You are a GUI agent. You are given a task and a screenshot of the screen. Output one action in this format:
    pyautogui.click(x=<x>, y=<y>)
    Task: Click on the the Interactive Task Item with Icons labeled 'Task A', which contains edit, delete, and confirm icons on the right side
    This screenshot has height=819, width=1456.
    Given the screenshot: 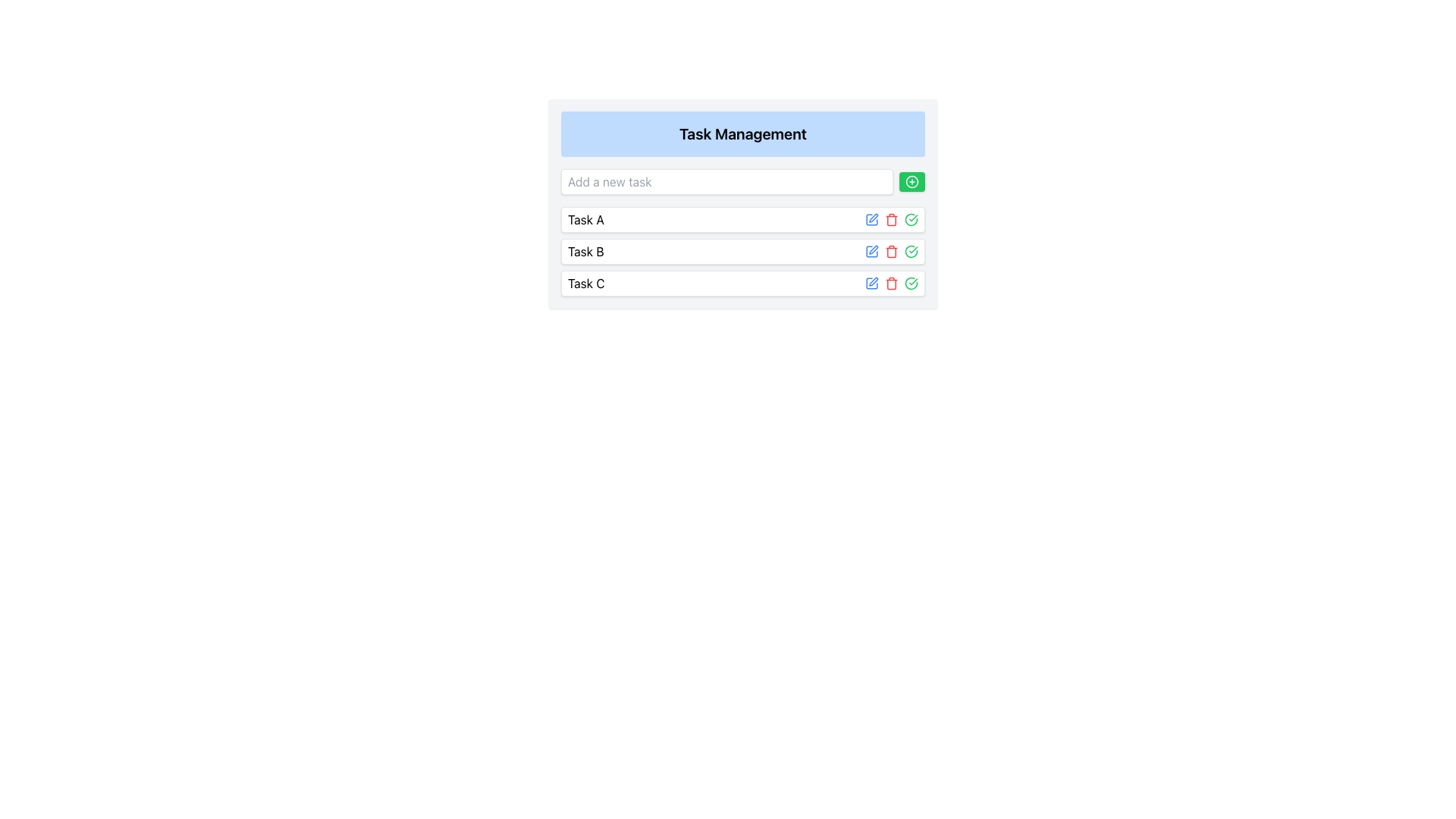 What is the action you would take?
    pyautogui.click(x=742, y=219)
    